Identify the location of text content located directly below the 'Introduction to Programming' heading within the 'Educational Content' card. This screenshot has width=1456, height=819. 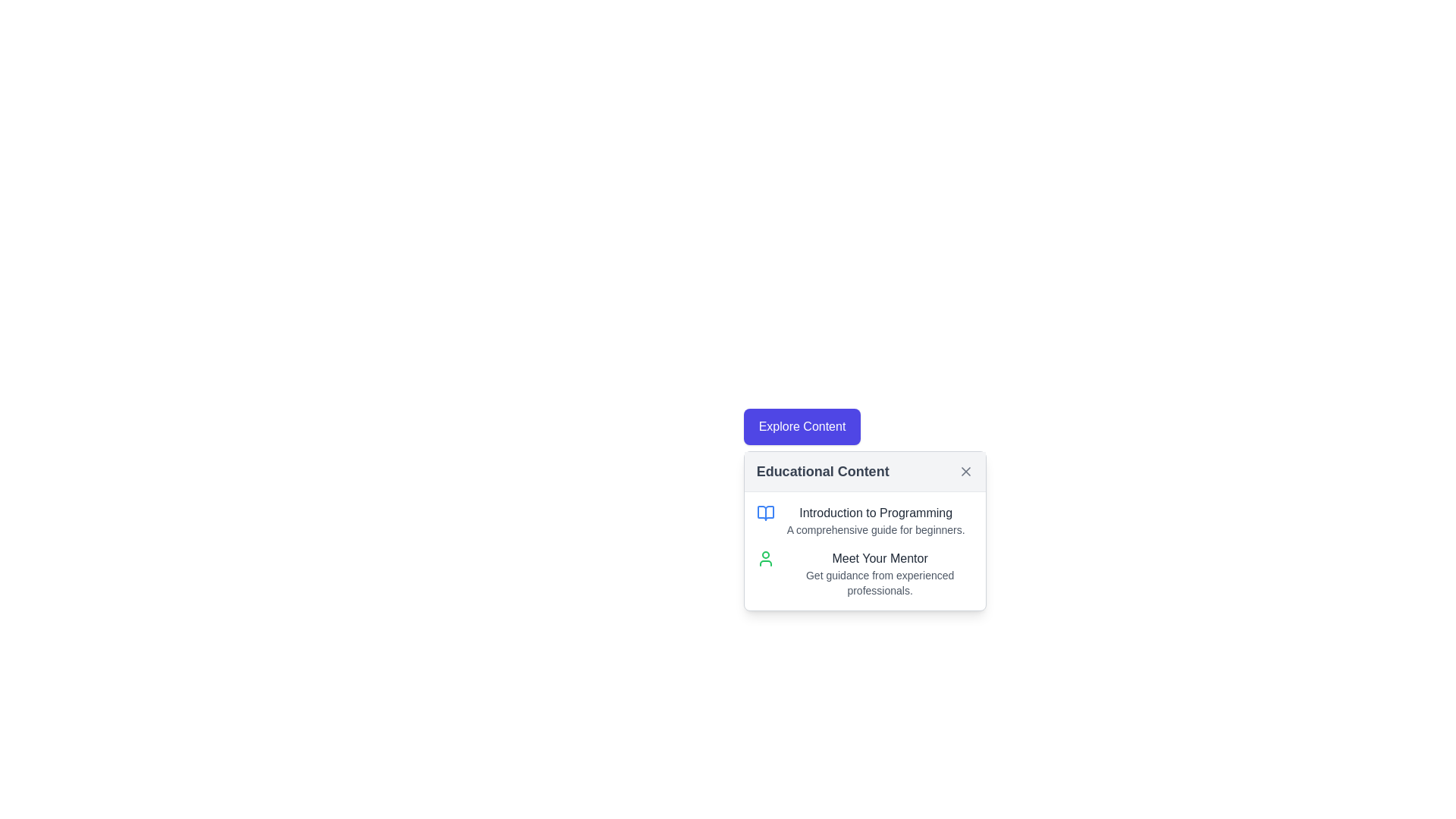
(876, 529).